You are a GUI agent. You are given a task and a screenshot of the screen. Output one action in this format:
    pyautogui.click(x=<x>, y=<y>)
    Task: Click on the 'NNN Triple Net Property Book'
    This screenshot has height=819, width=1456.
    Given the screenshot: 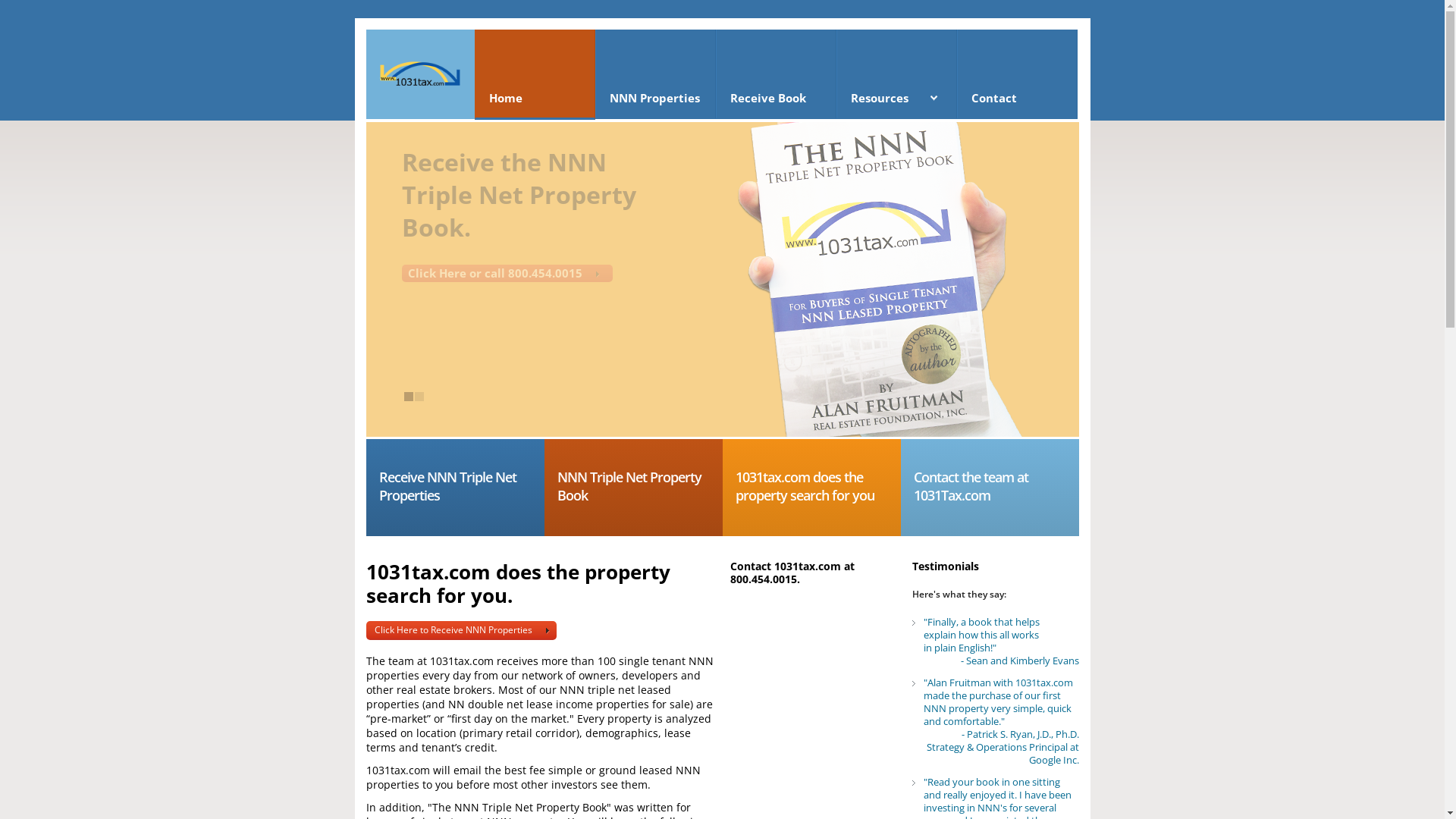 What is the action you would take?
    pyautogui.click(x=633, y=488)
    